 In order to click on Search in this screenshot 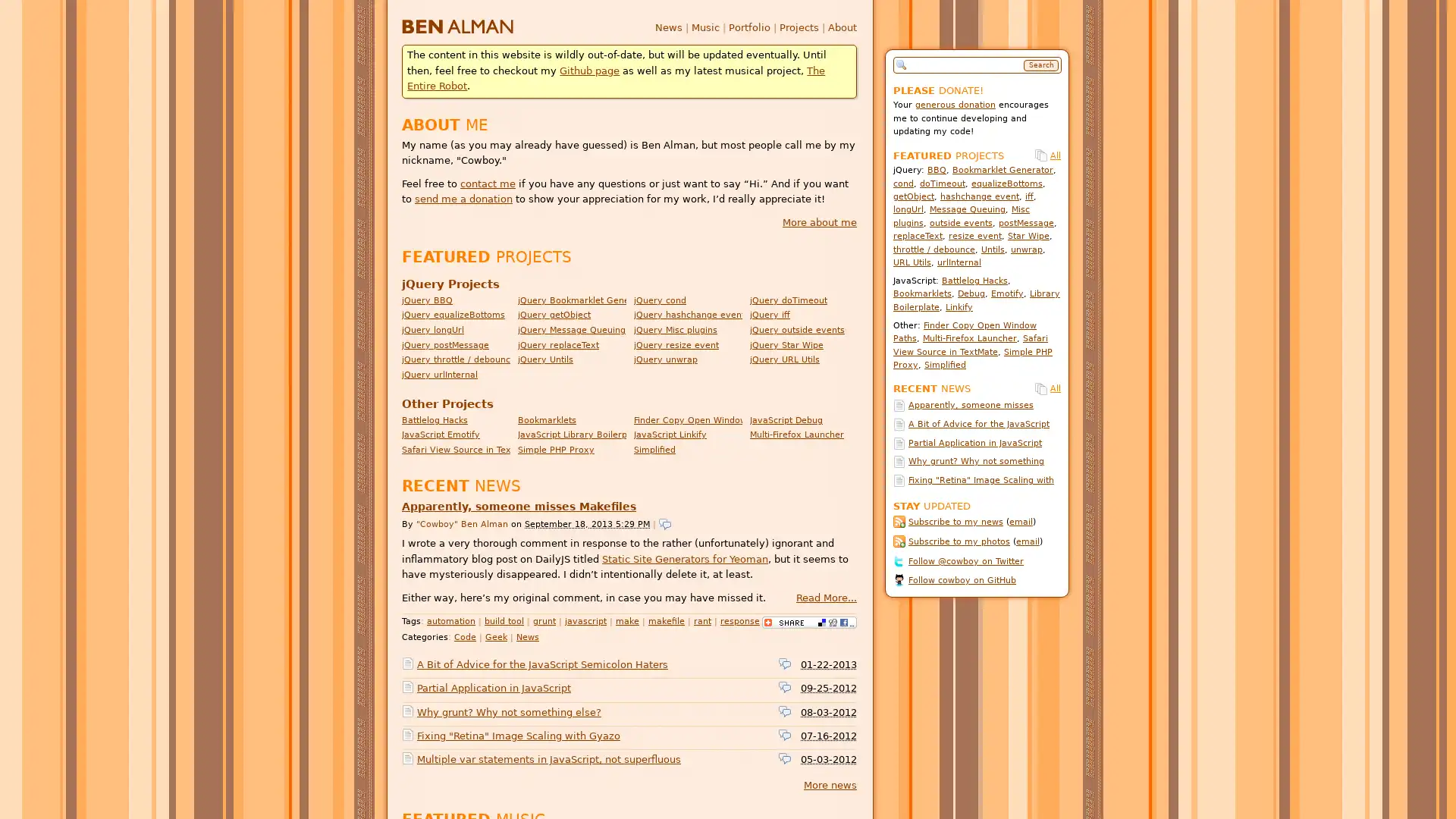, I will do `click(1040, 64)`.